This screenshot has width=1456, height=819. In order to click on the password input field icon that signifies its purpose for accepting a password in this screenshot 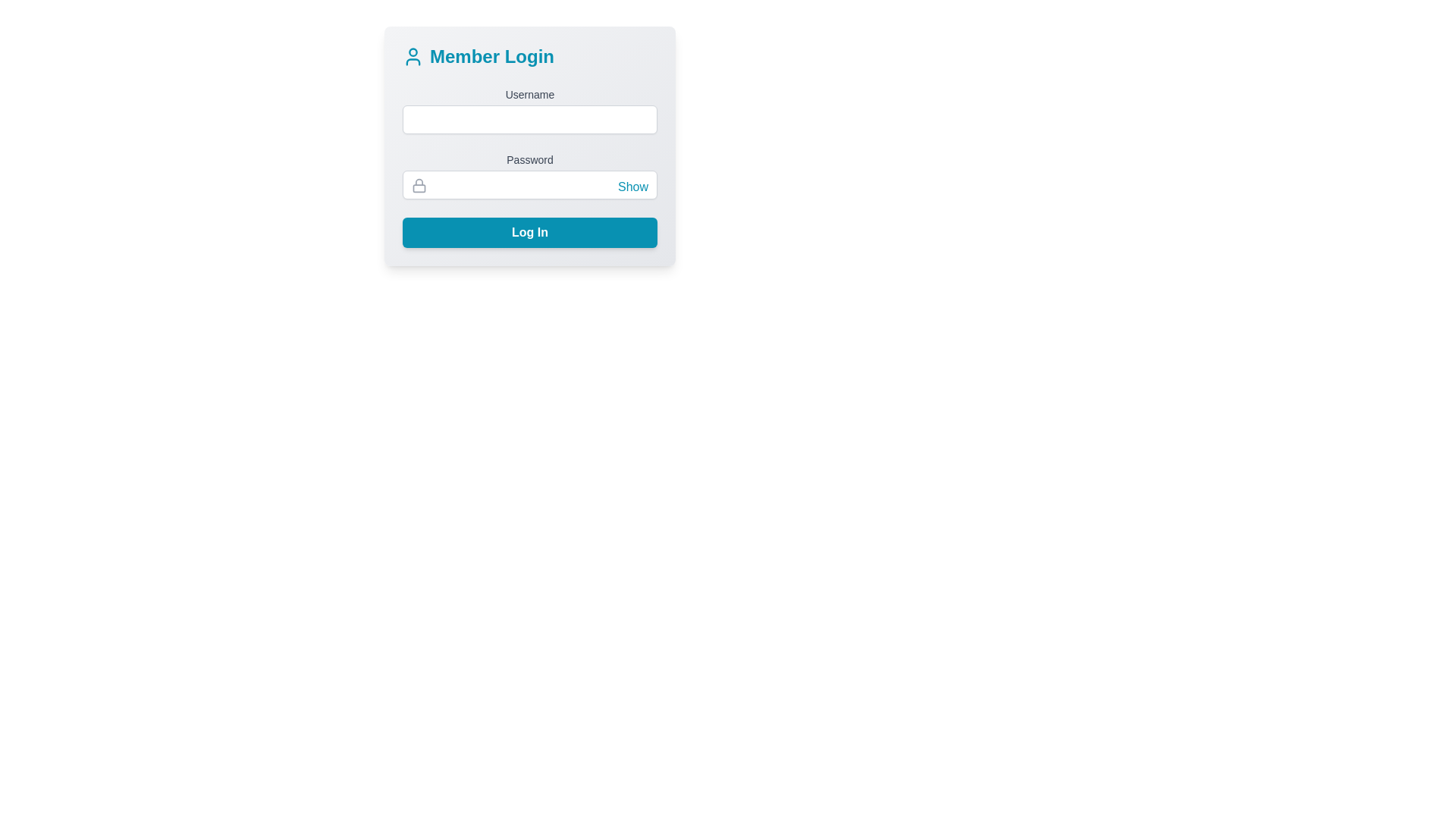, I will do `click(419, 185)`.